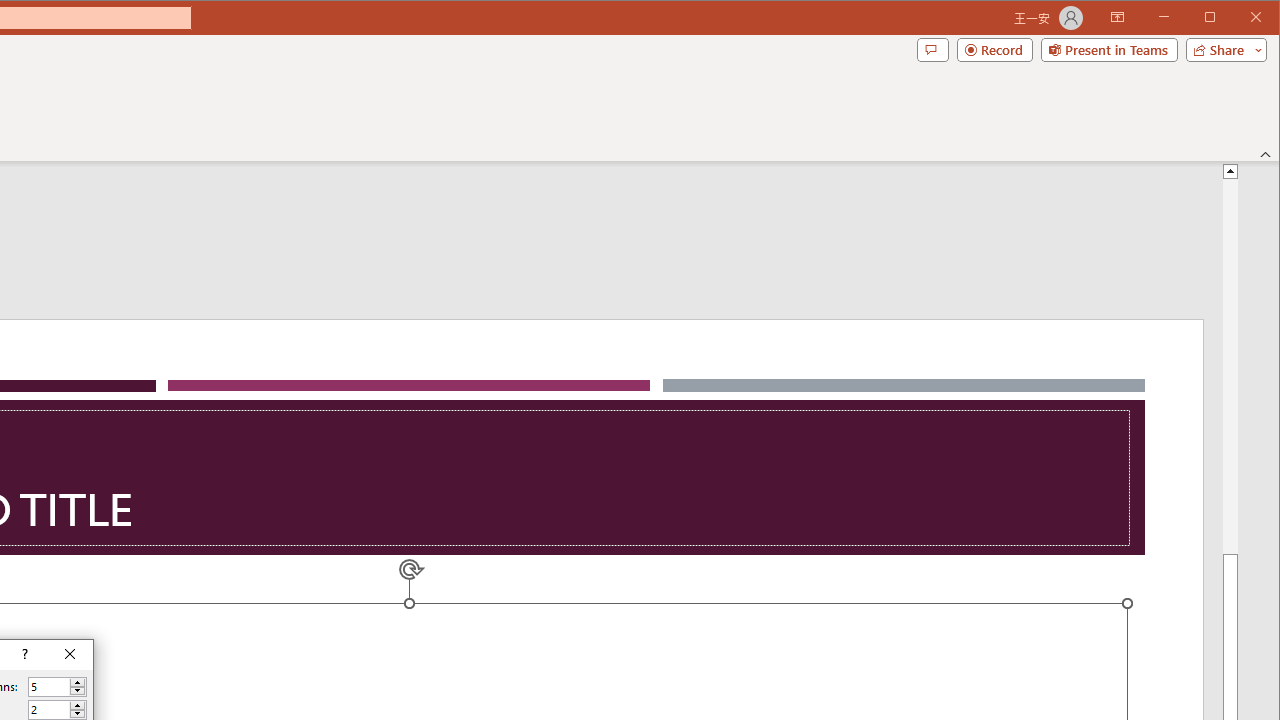 The width and height of the screenshot is (1280, 720). Describe the element at coordinates (77, 713) in the screenshot. I see `'Less'` at that location.